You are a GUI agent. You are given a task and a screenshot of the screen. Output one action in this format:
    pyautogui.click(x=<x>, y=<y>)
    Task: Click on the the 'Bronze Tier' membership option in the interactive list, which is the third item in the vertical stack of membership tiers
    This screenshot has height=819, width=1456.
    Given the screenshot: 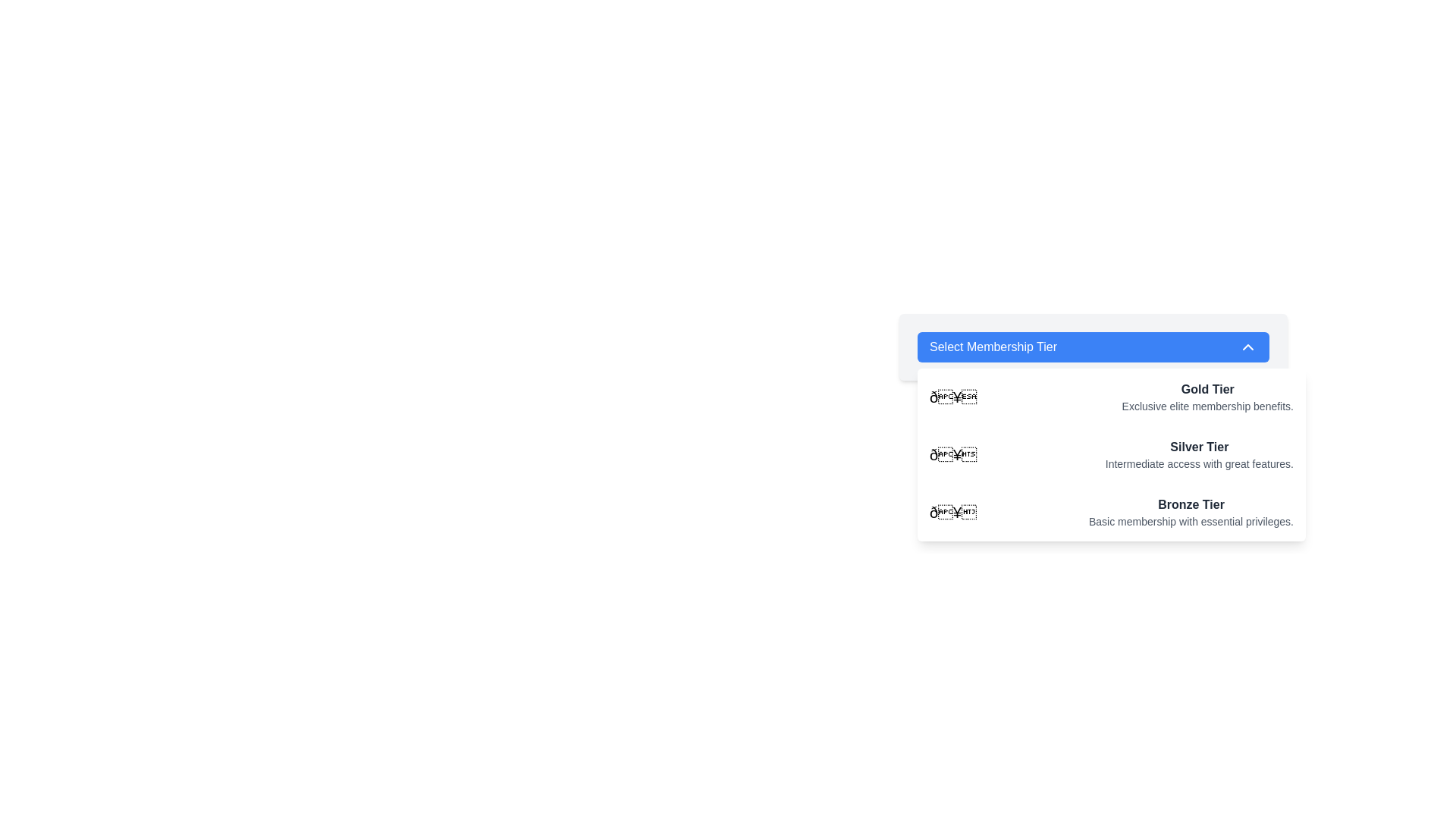 What is the action you would take?
    pyautogui.click(x=1111, y=512)
    